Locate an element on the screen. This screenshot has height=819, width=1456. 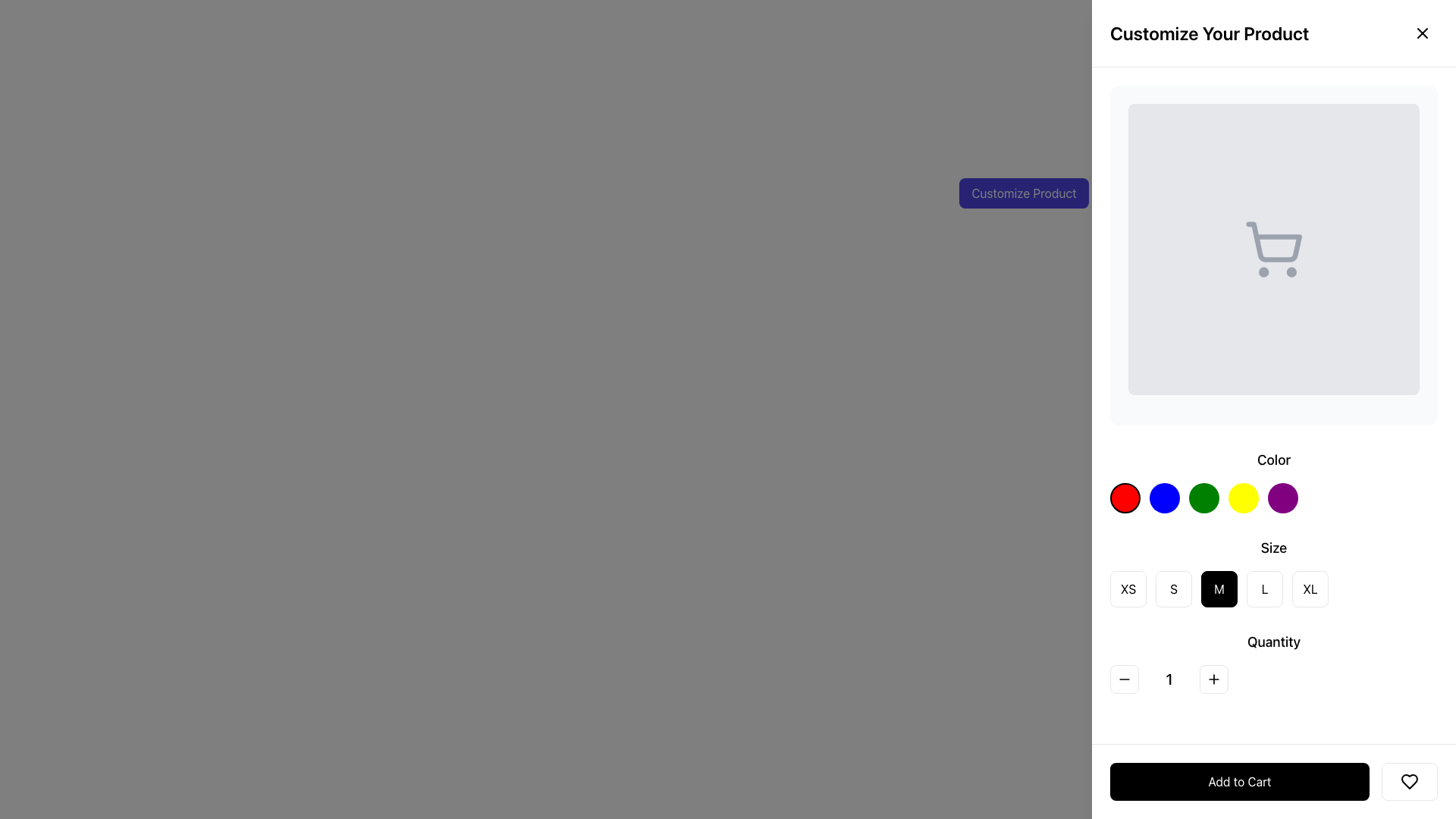
the heart-shaped outline icon representing the 'favorite' action located in the bottom-right corner of the interface is located at coordinates (1408, 781).